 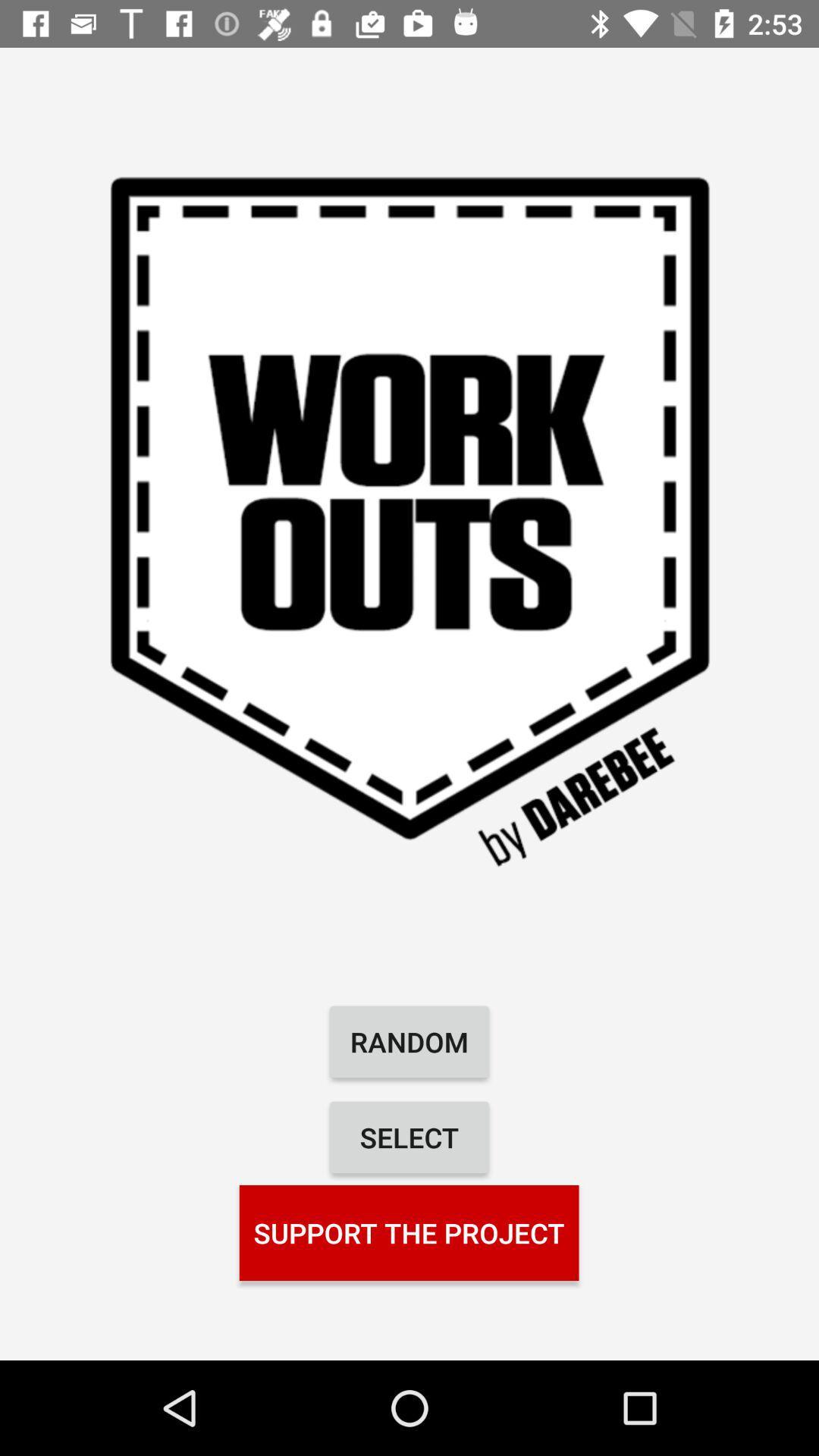 I want to click on random icon, so click(x=409, y=1040).